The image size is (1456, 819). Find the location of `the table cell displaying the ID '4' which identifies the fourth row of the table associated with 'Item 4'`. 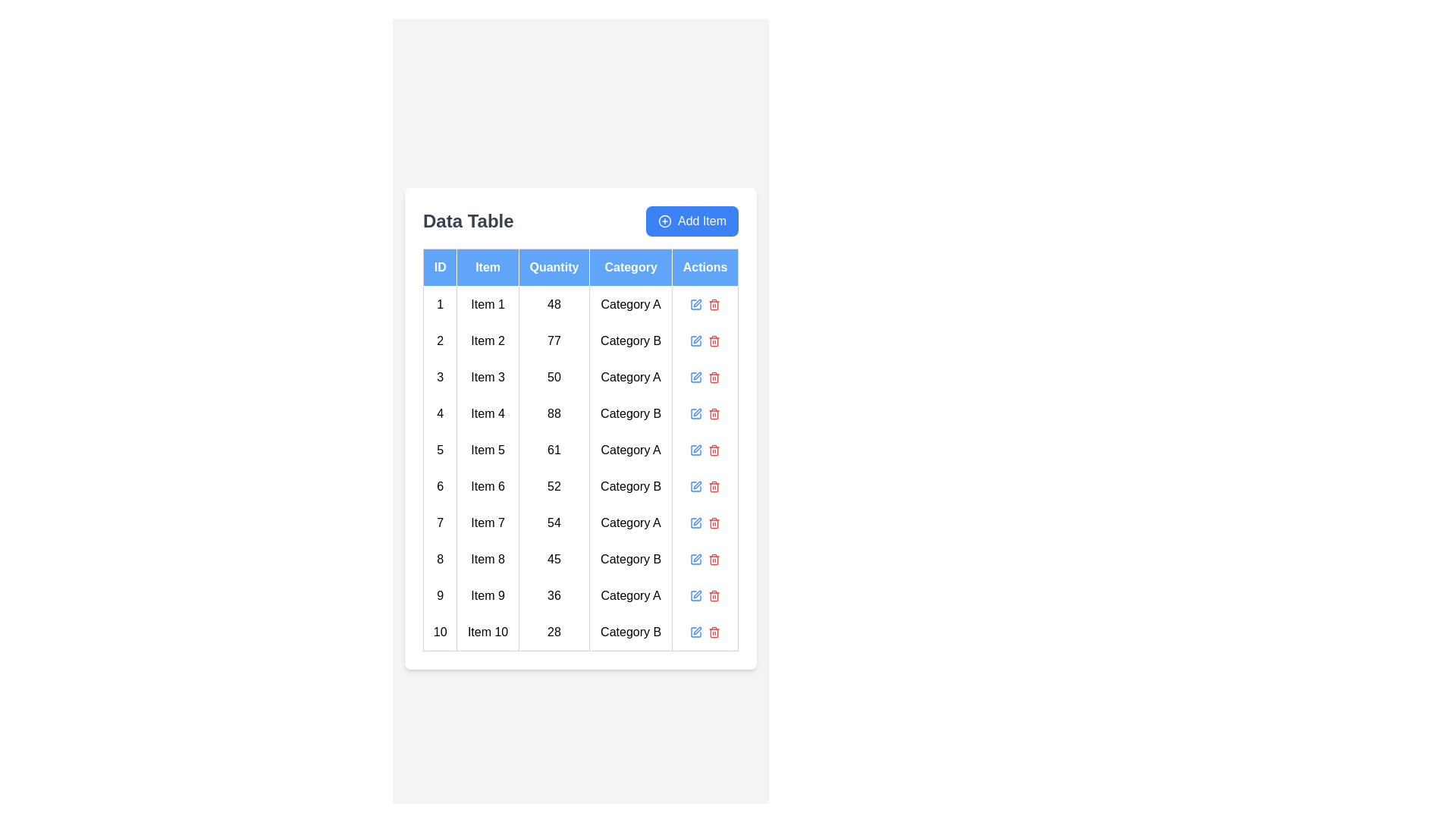

the table cell displaying the ID '4' which identifies the fourth row of the table associated with 'Item 4' is located at coordinates (439, 413).